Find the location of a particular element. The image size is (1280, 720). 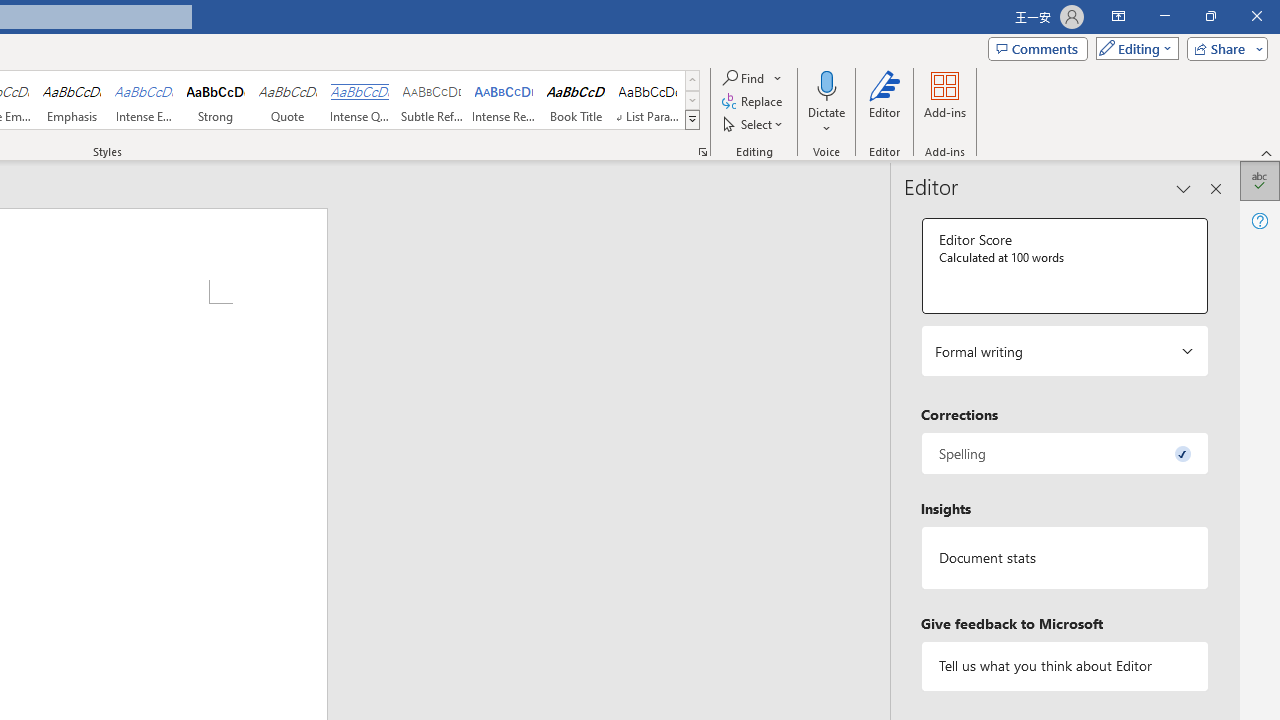

'Editor' is located at coordinates (884, 103).